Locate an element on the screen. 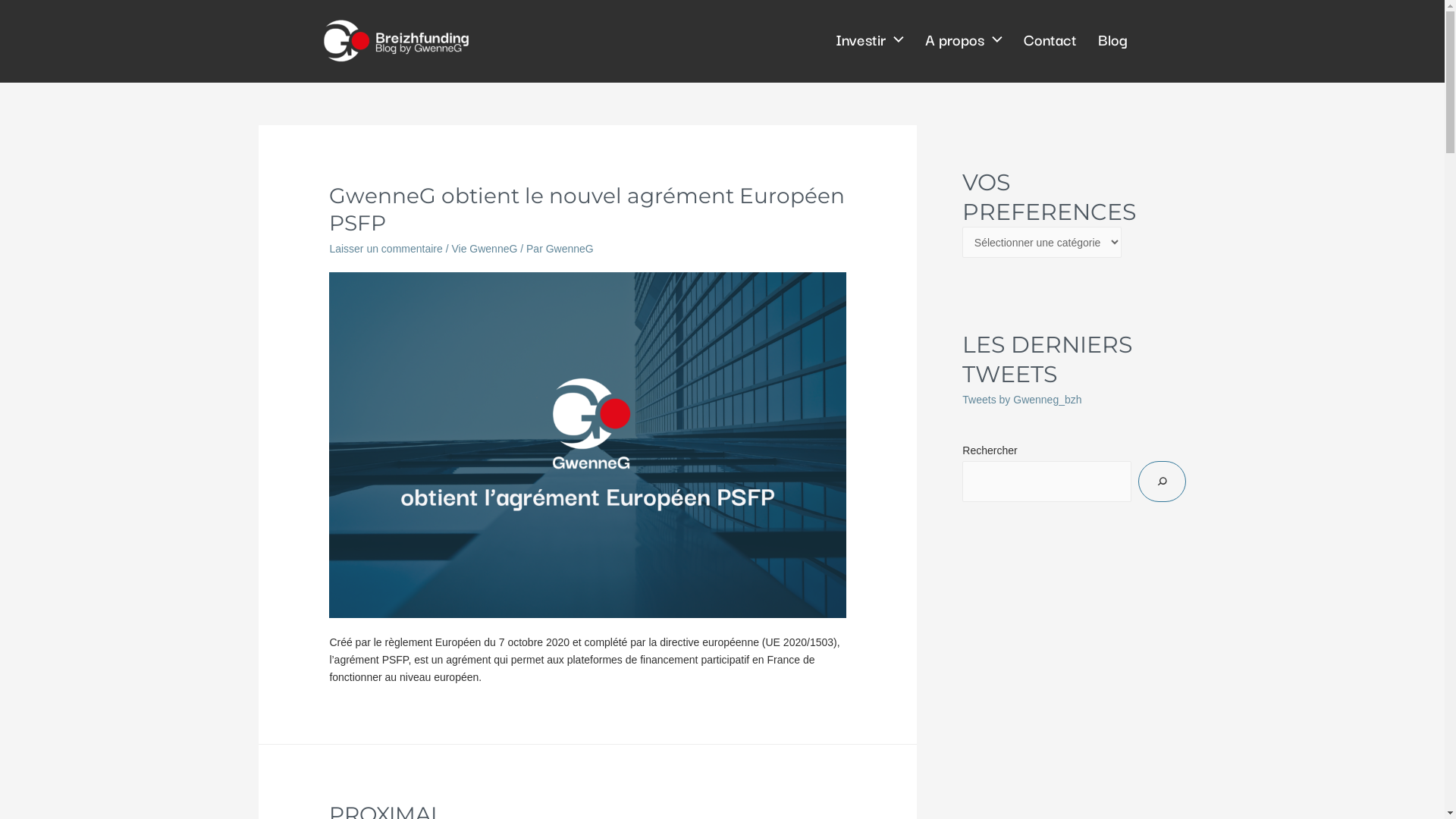  'Blog' is located at coordinates (1106, 38).